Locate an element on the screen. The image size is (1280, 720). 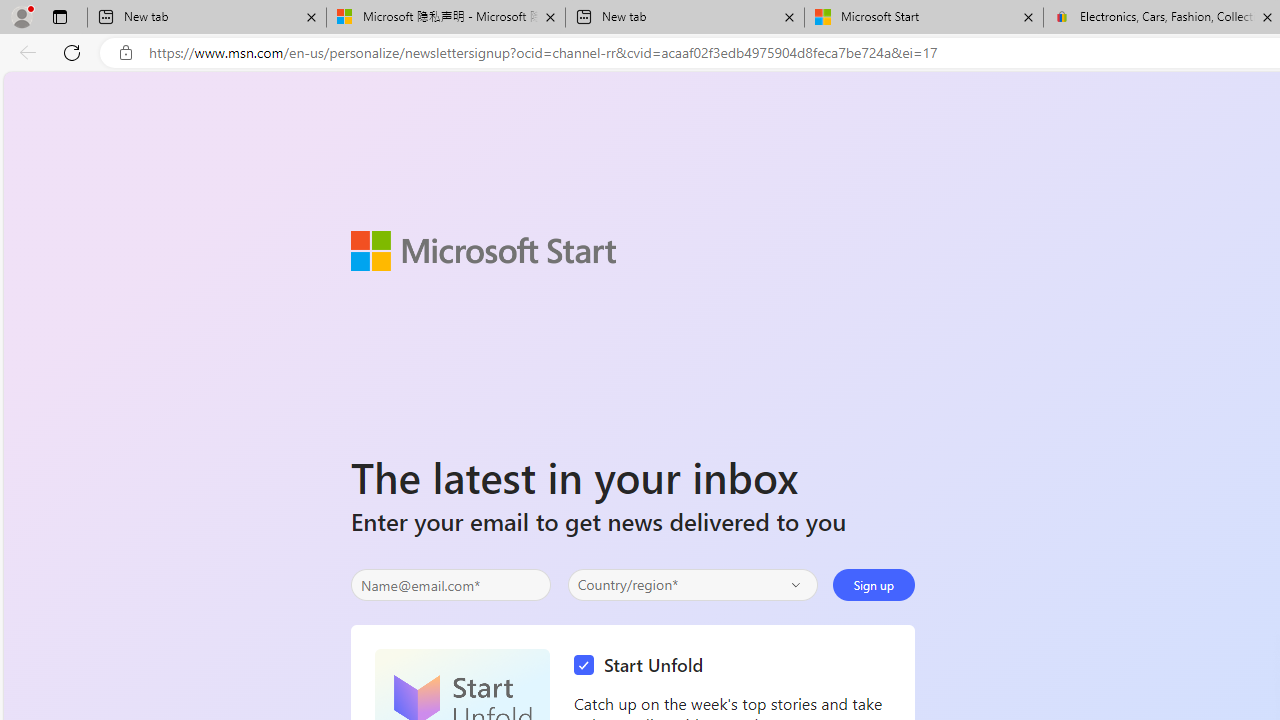
'Enter your email' is located at coordinates (449, 585).